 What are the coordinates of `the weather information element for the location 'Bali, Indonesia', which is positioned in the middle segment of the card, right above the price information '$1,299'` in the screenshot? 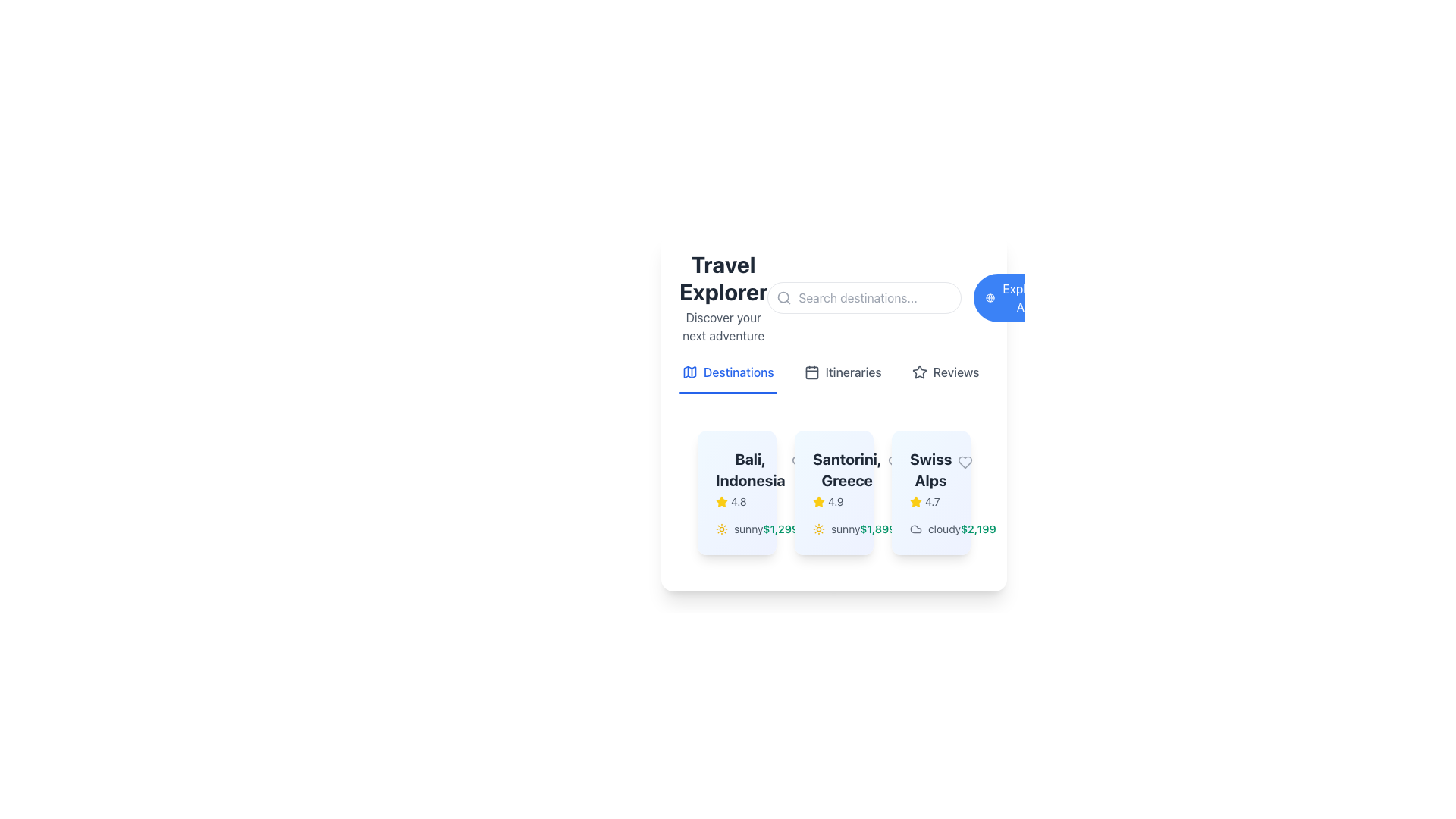 It's located at (736, 529).